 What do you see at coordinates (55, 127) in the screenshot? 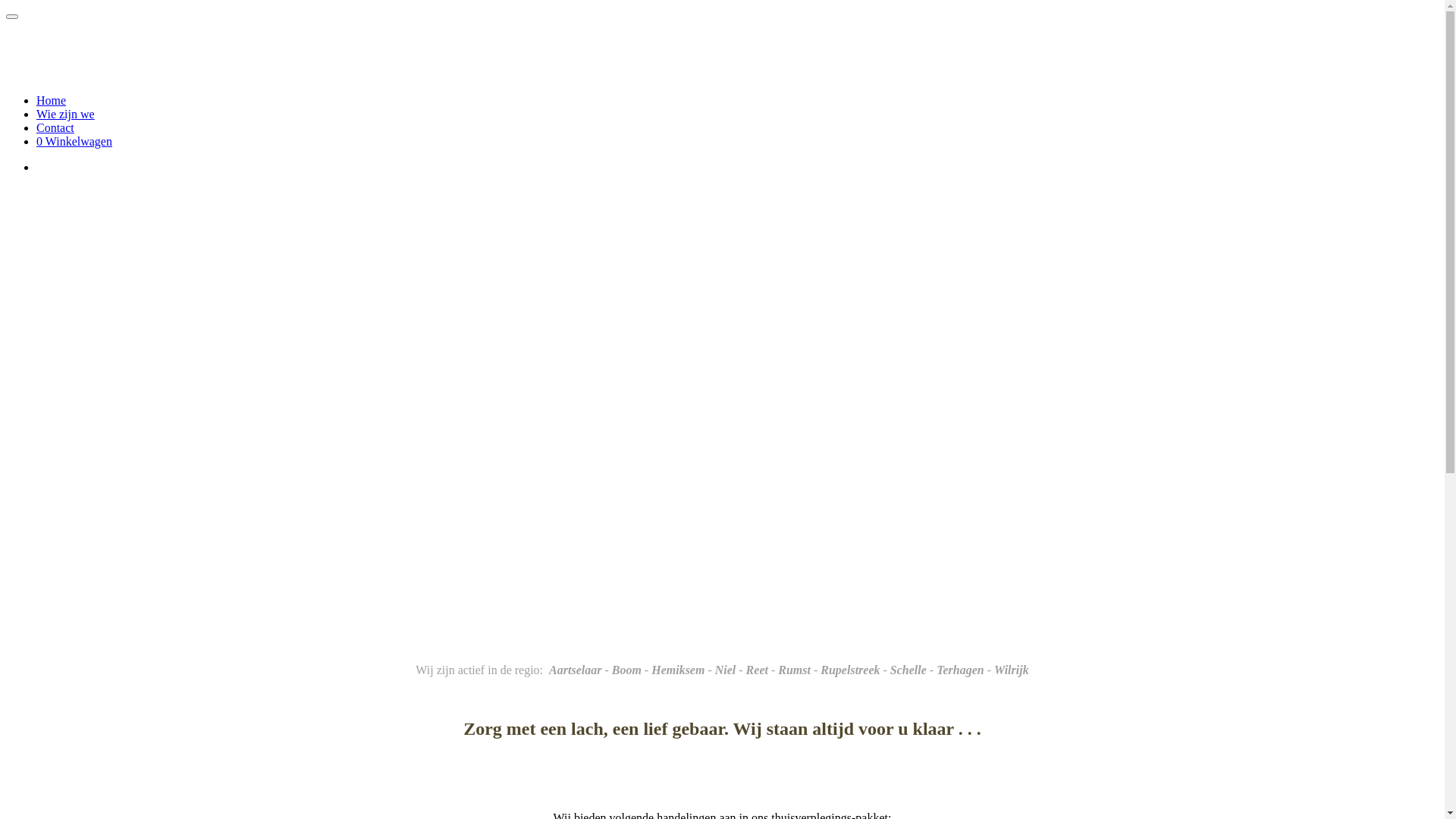
I see `'Contact'` at bounding box center [55, 127].